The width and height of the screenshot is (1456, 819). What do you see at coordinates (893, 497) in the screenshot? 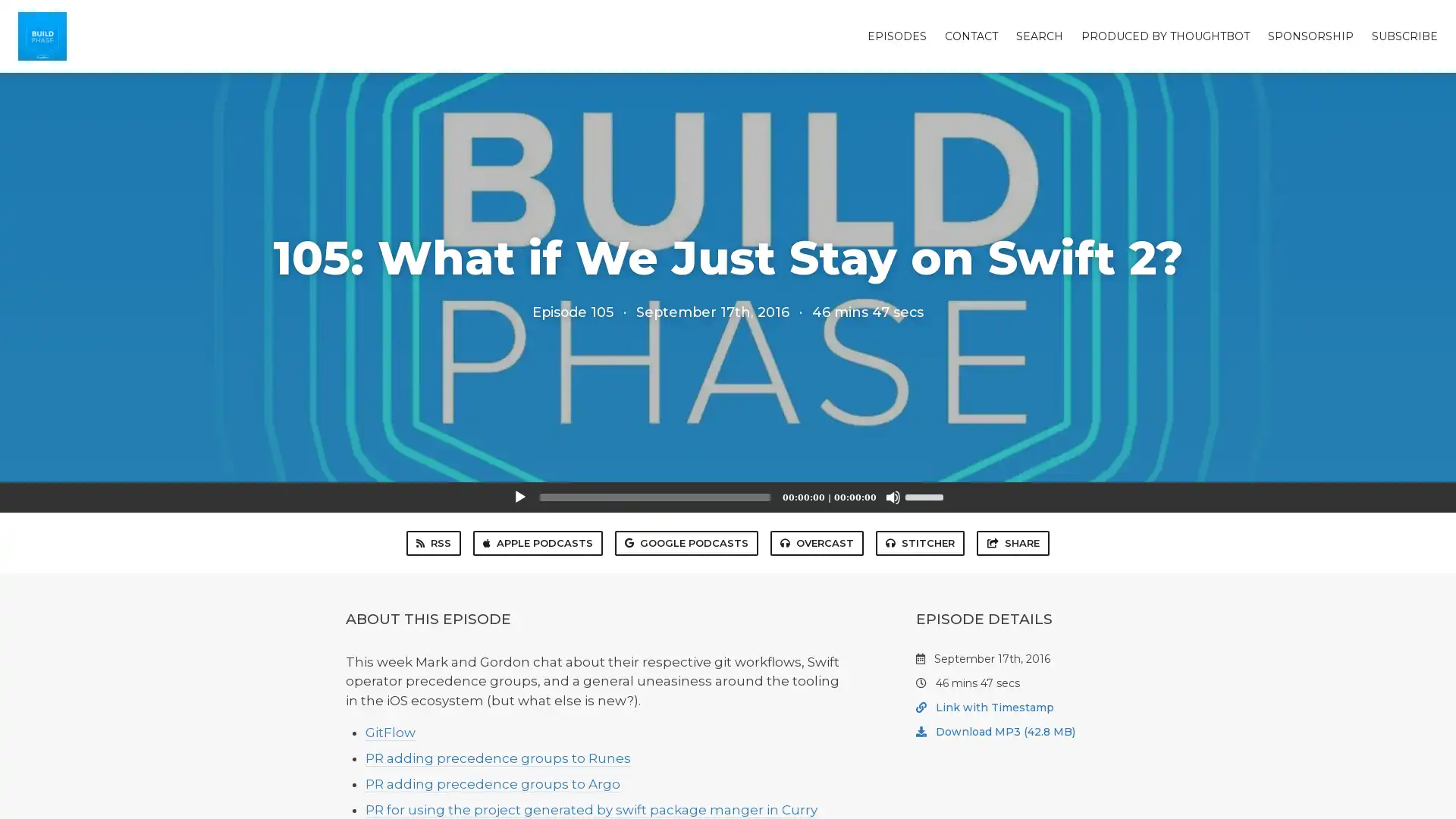
I see `Mute` at bounding box center [893, 497].